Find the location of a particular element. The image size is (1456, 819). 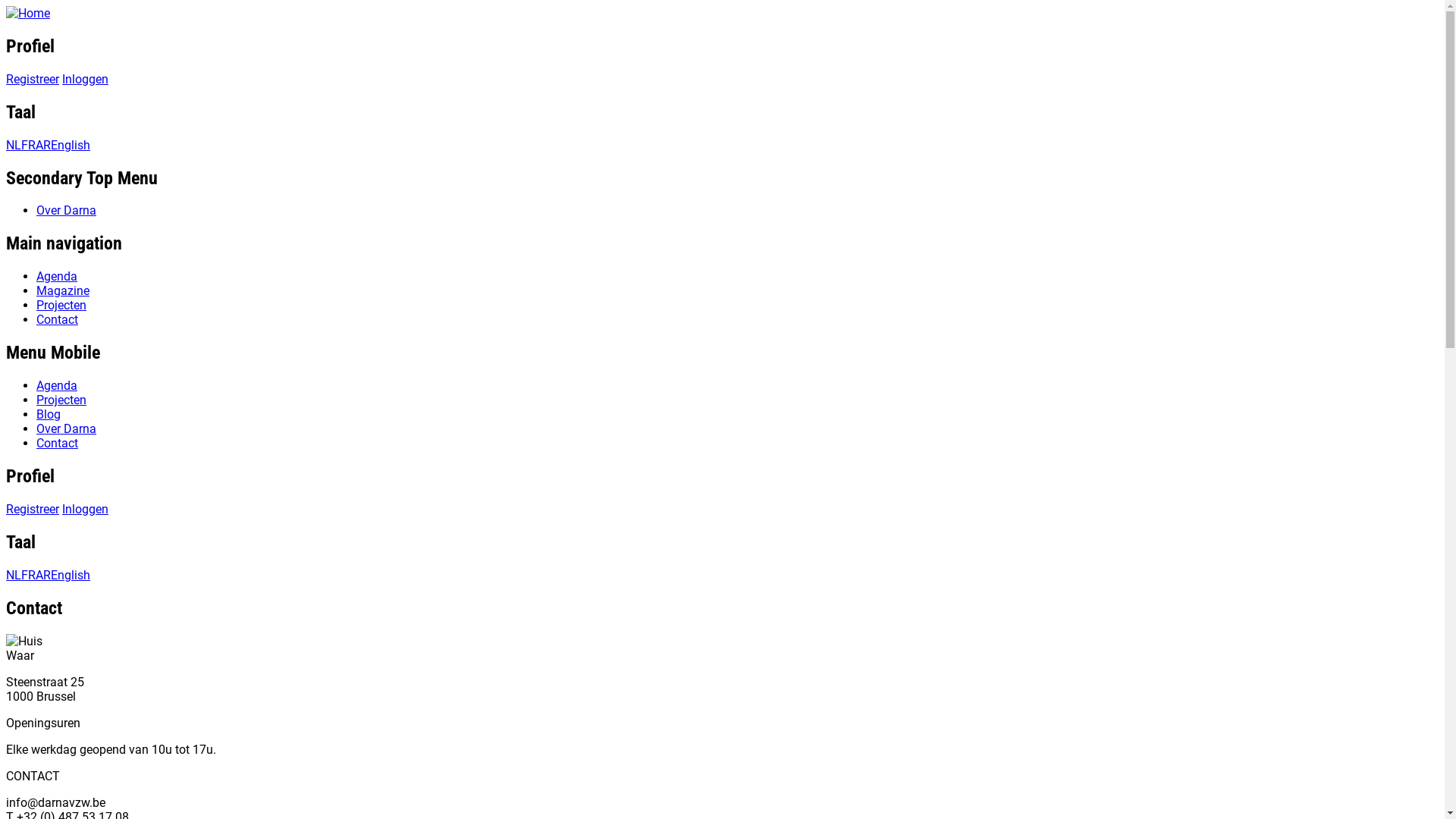

'Registreer' is located at coordinates (33, 79).